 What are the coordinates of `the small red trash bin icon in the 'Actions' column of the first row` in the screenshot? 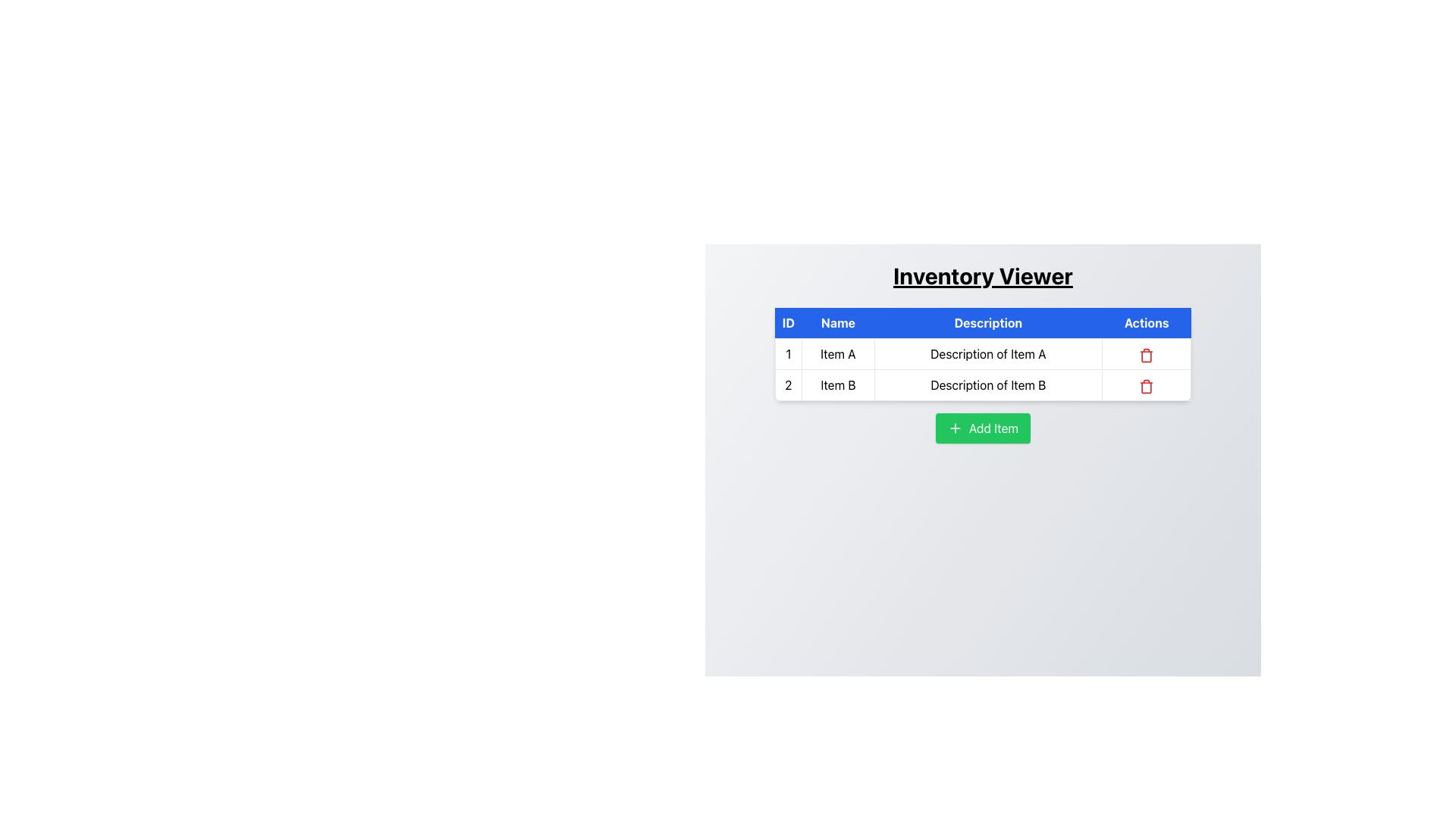 It's located at (1147, 353).